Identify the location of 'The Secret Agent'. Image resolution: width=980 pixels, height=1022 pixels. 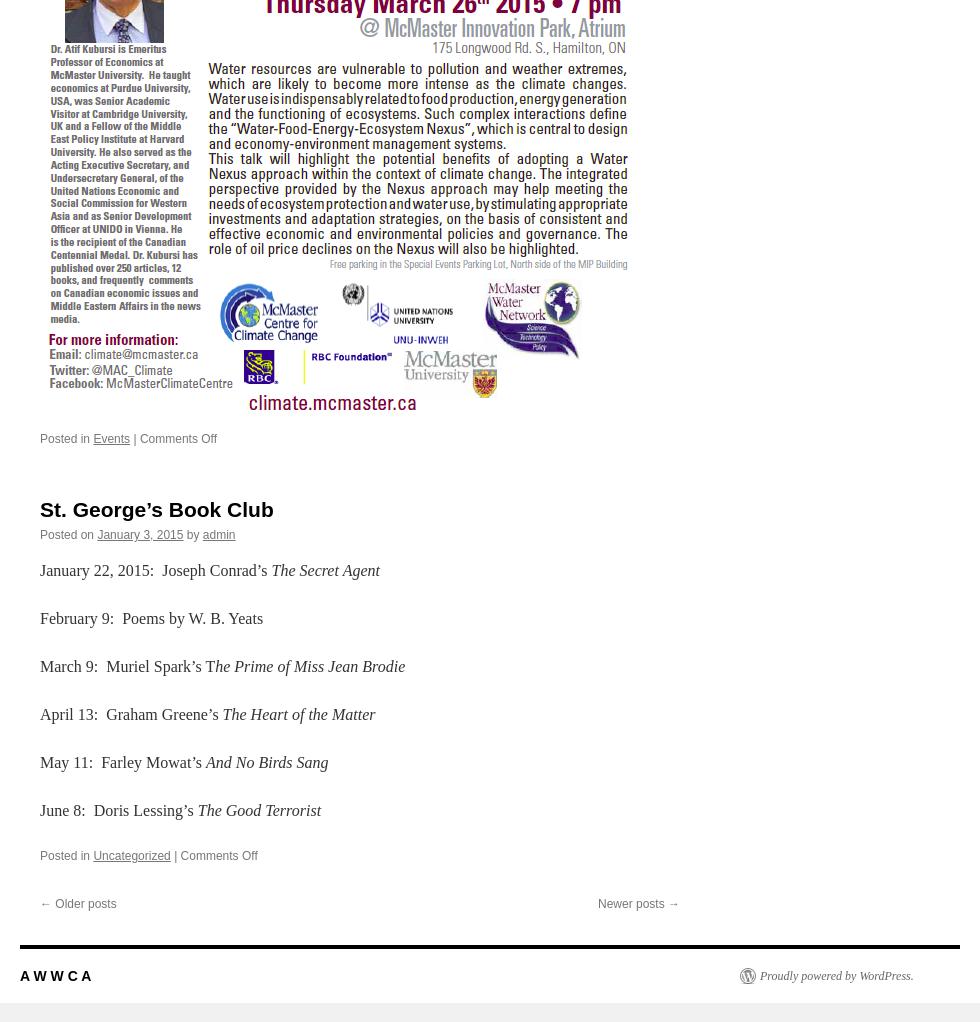
(324, 569).